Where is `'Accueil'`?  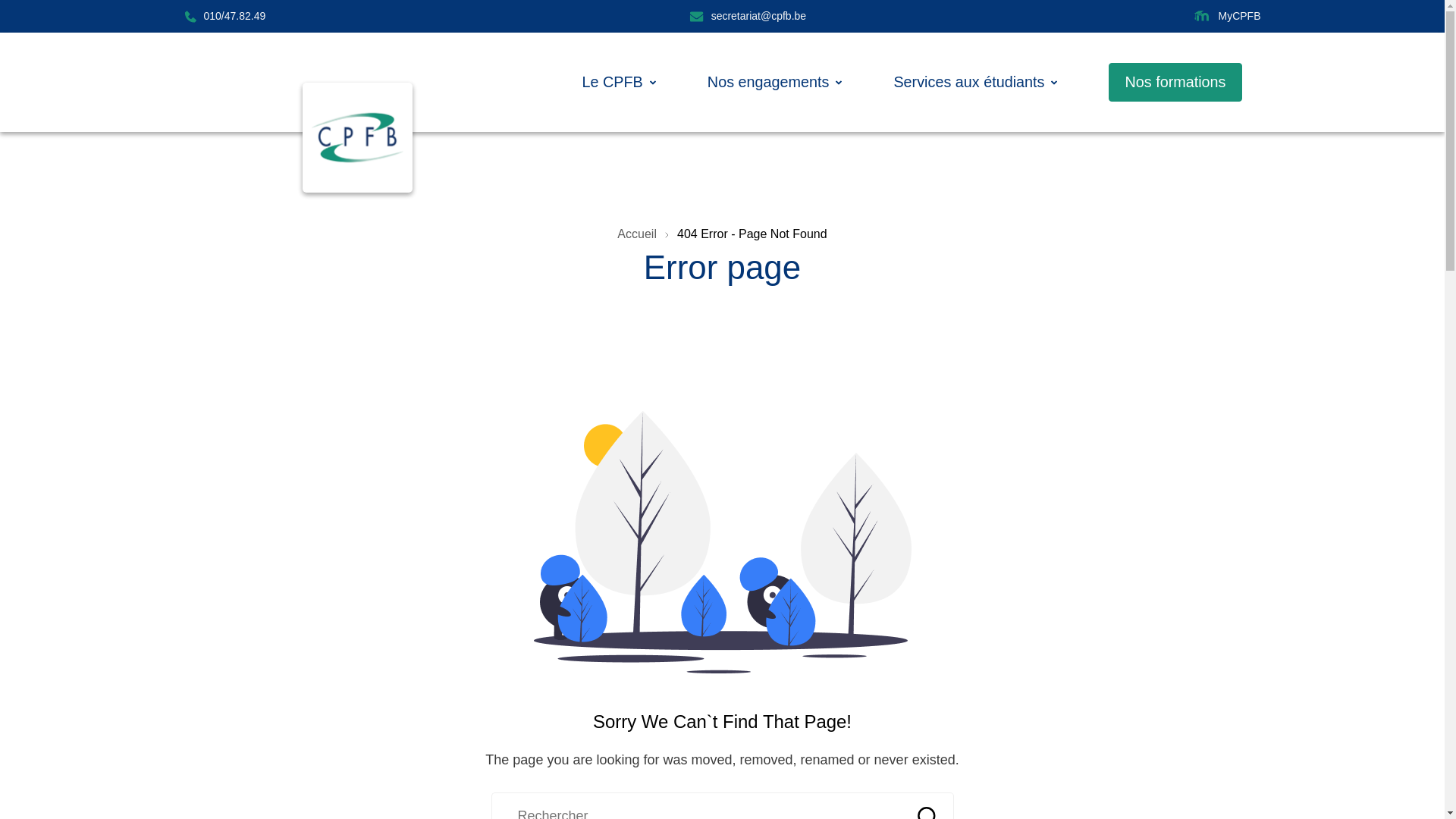 'Accueil' is located at coordinates (637, 234).